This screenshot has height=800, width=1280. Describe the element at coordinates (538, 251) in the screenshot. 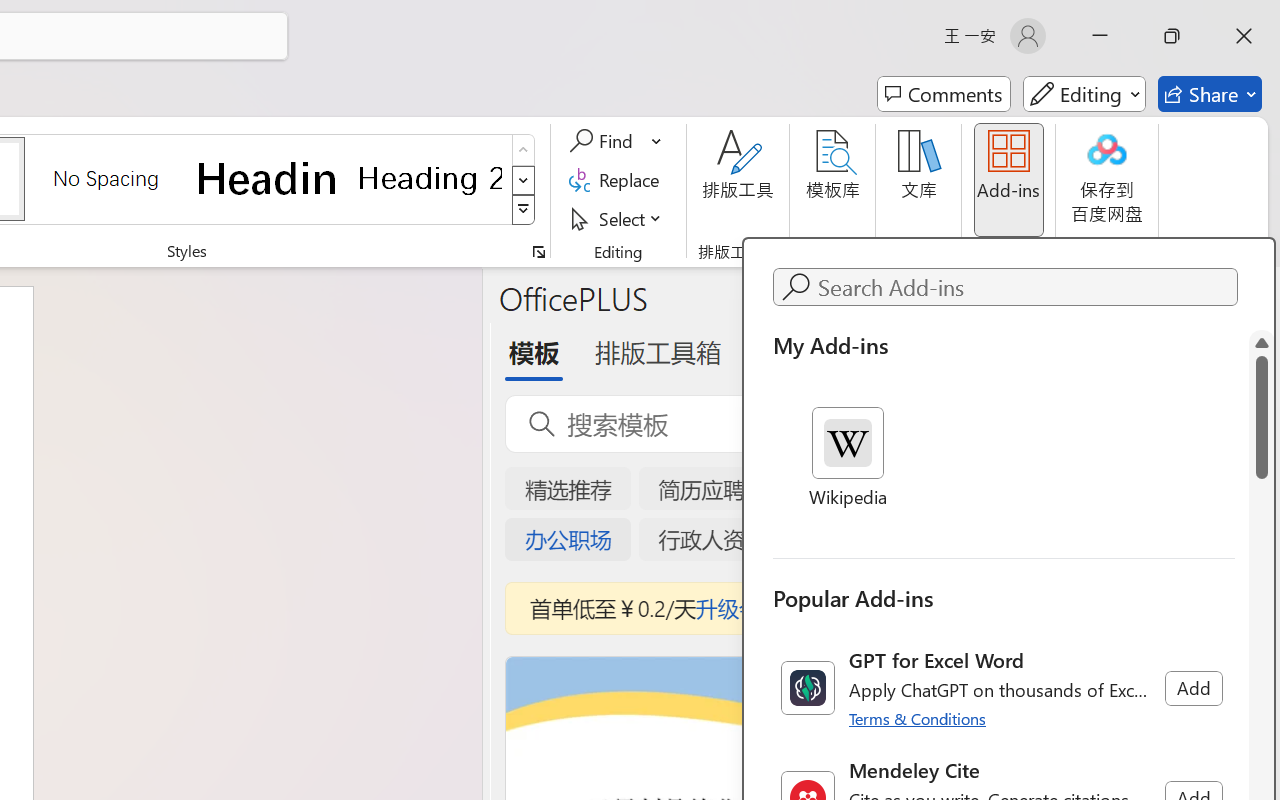

I see `'Styles...'` at that location.